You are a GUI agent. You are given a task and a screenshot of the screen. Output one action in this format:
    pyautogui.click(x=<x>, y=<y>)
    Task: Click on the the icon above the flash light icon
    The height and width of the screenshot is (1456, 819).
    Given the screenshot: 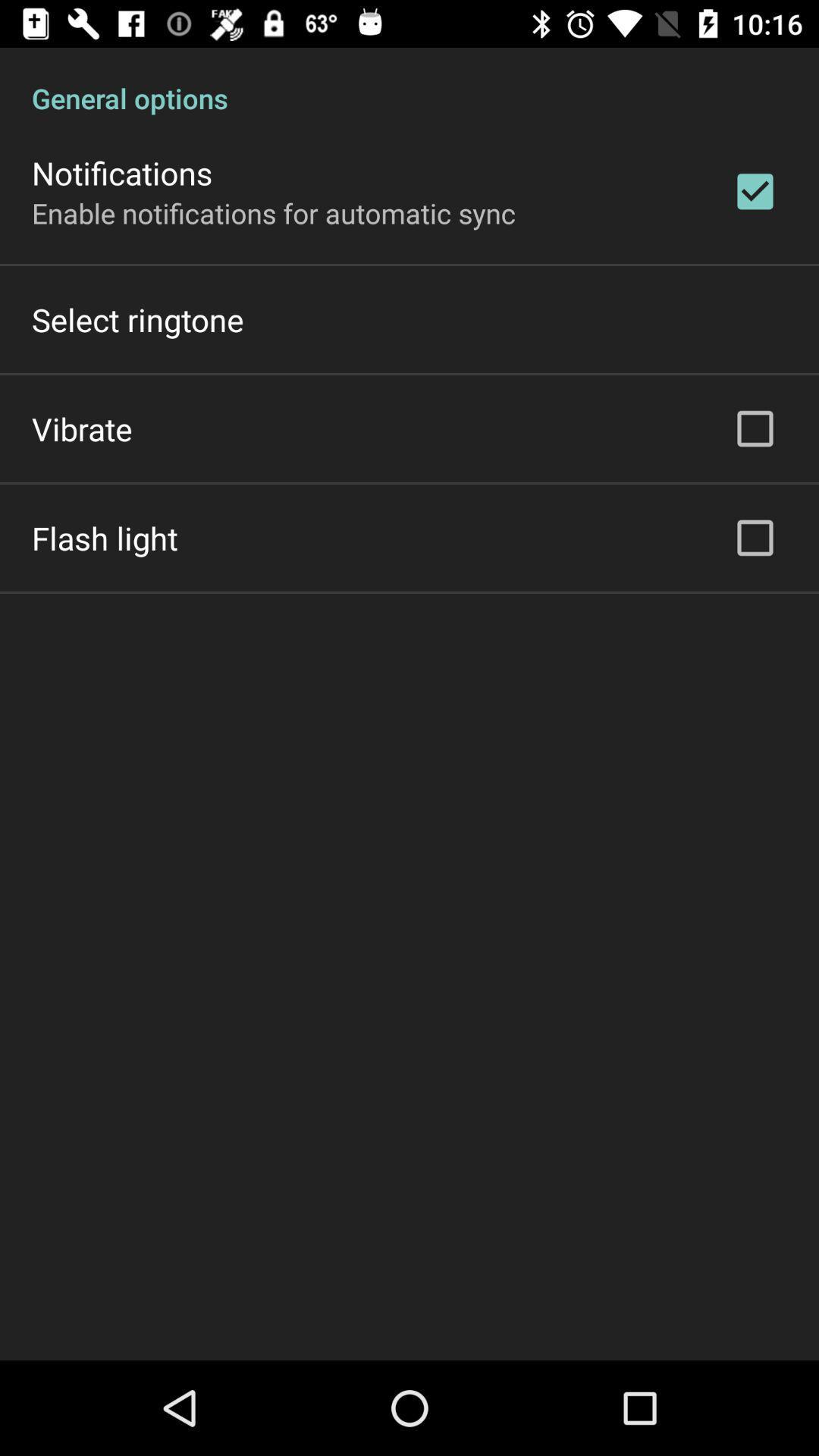 What is the action you would take?
    pyautogui.click(x=82, y=428)
    